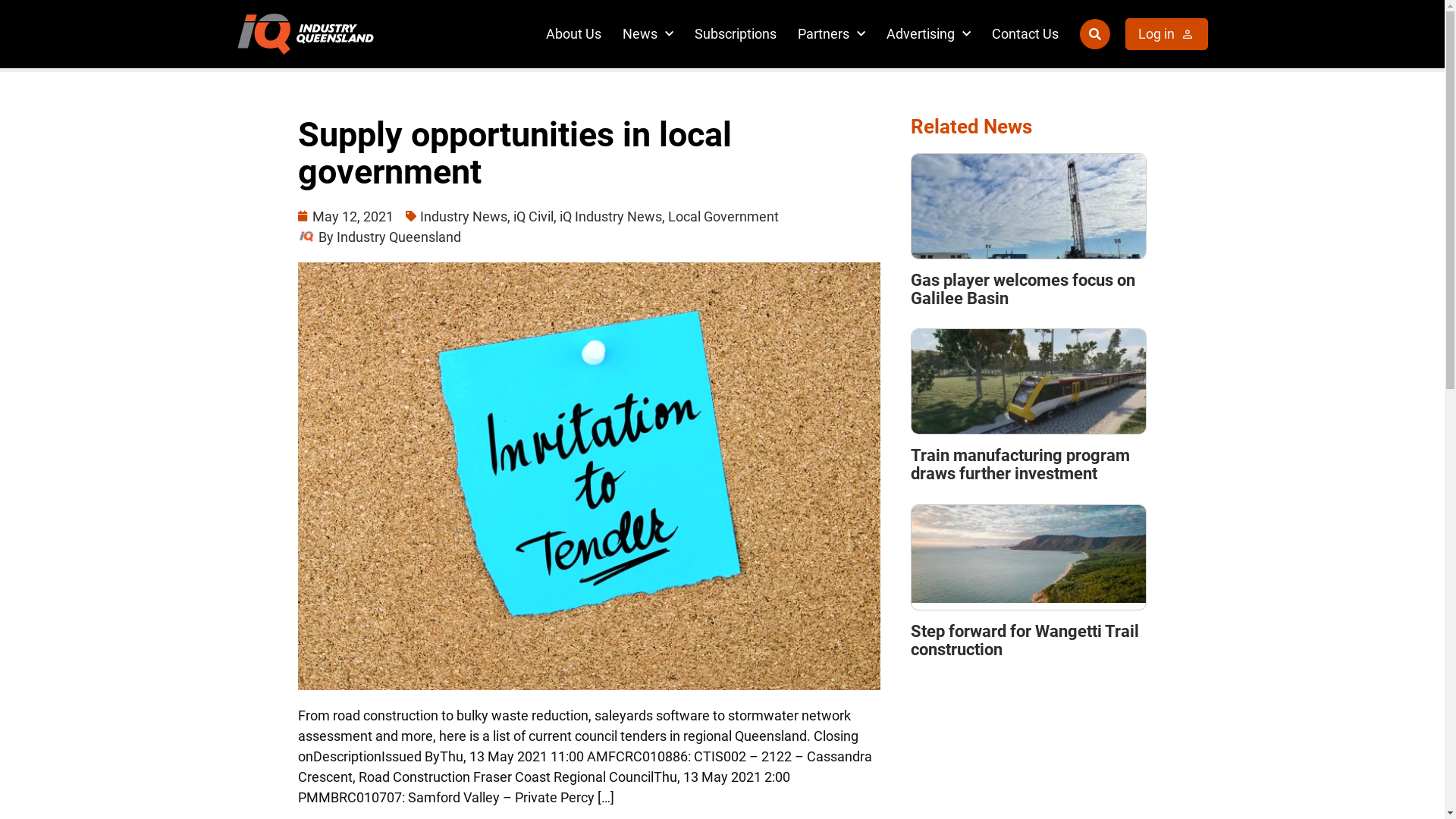 Image resolution: width=1456 pixels, height=819 pixels. Describe the element at coordinates (532, 216) in the screenshot. I see `'iQ Civil'` at that location.